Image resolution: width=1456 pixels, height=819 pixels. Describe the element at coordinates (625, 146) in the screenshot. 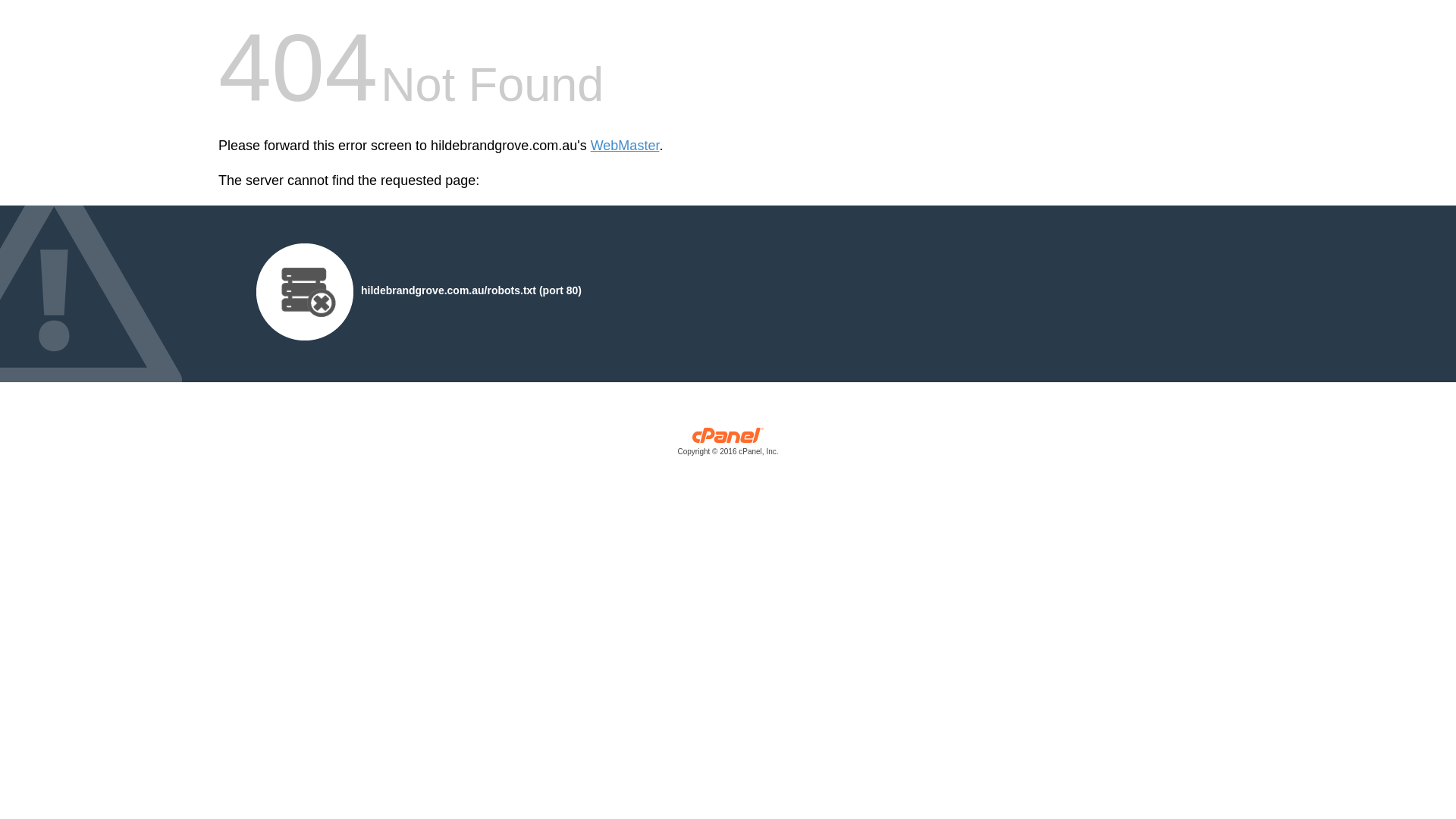

I see `'WebMaster'` at that location.